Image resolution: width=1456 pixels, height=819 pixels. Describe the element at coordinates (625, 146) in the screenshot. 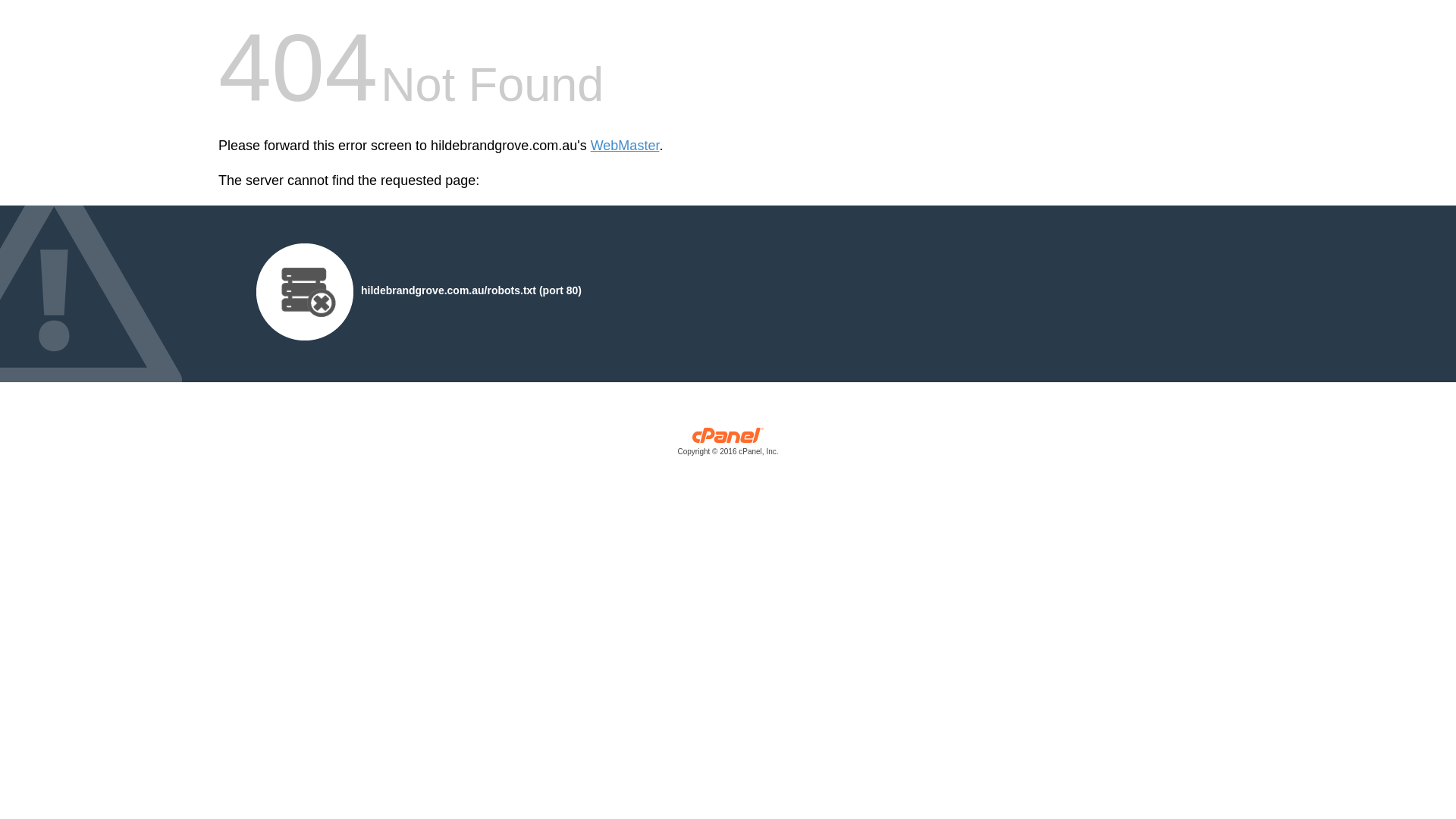

I see `'WebMaster'` at that location.